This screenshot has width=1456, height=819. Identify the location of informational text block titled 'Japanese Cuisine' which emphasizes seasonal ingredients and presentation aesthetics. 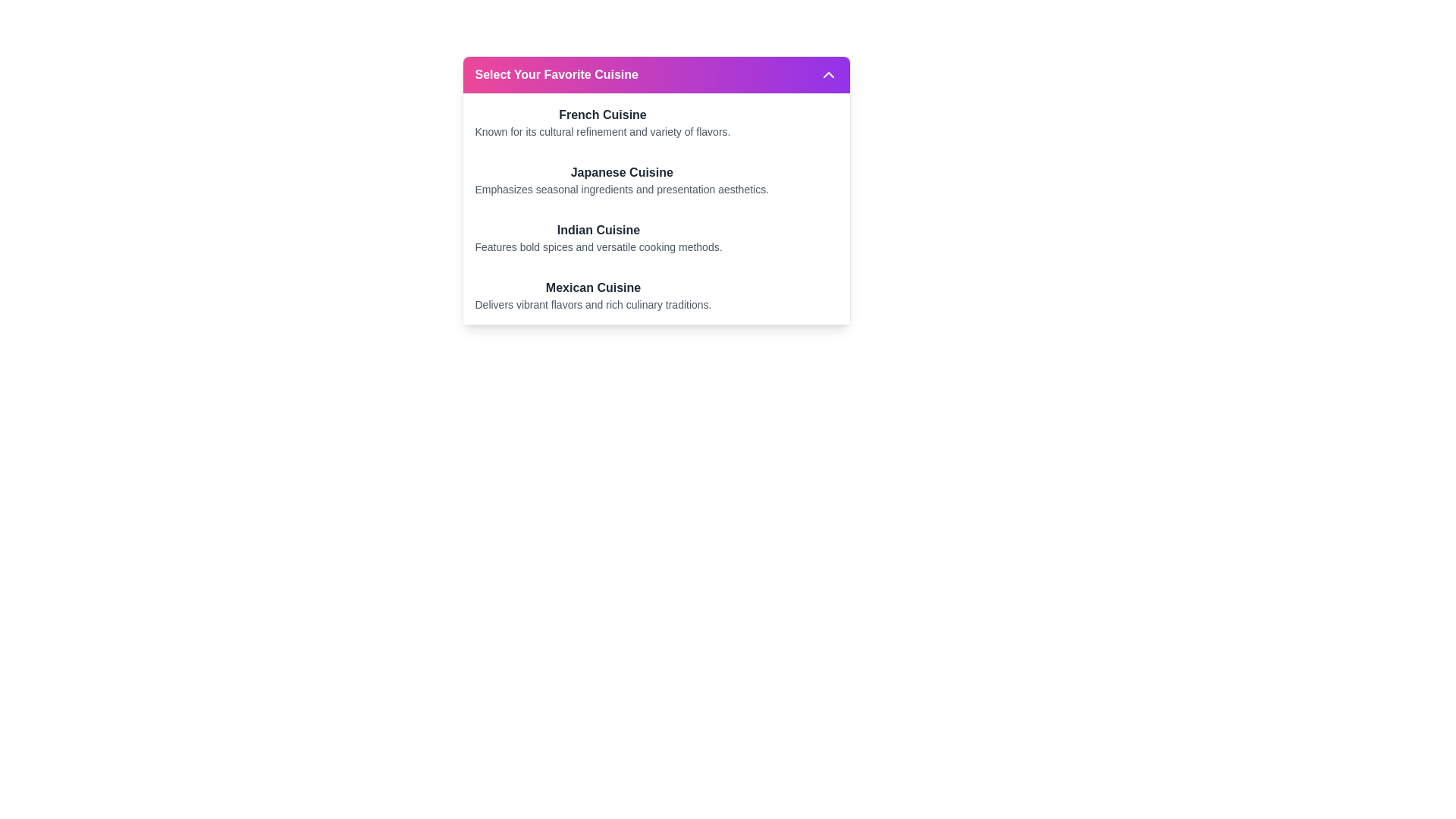
(622, 180).